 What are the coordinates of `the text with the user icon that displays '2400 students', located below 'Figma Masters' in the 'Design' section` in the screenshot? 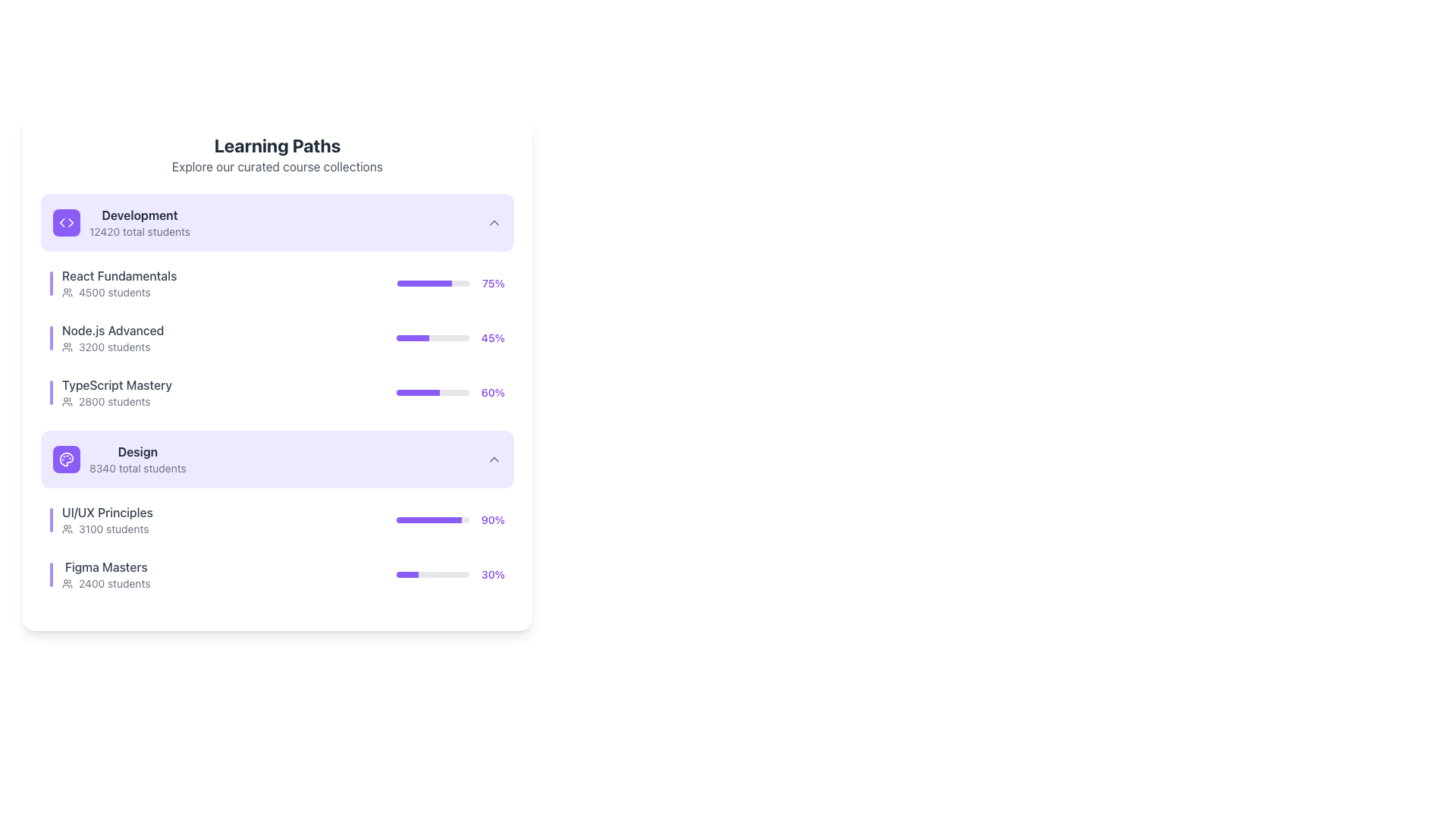 It's located at (105, 583).